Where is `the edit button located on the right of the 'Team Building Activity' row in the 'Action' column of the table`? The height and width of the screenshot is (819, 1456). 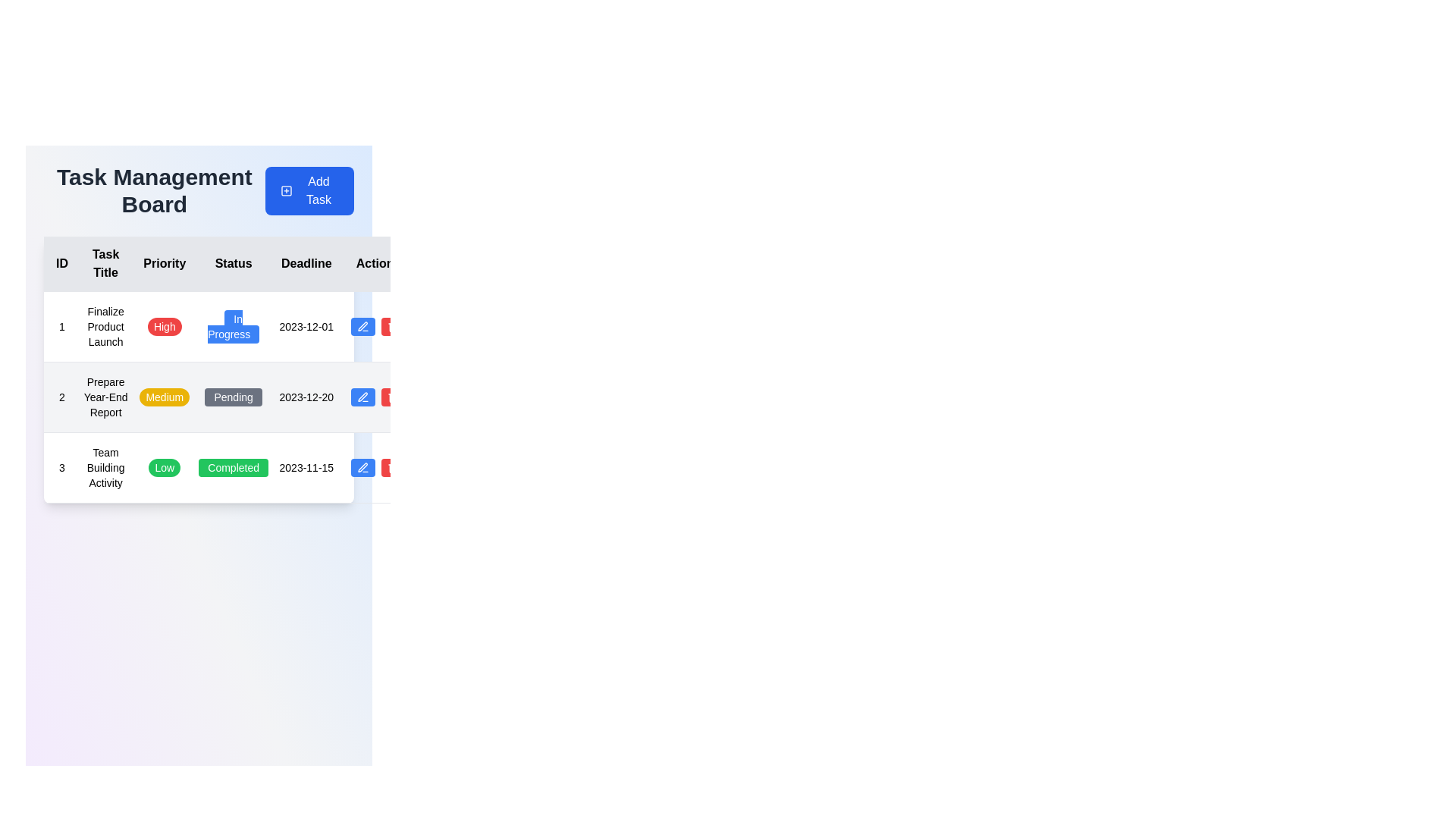 the edit button located on the right of the 'Team Building Activity' row in the 'Action' column of the table is located at coordinates (362, 467).